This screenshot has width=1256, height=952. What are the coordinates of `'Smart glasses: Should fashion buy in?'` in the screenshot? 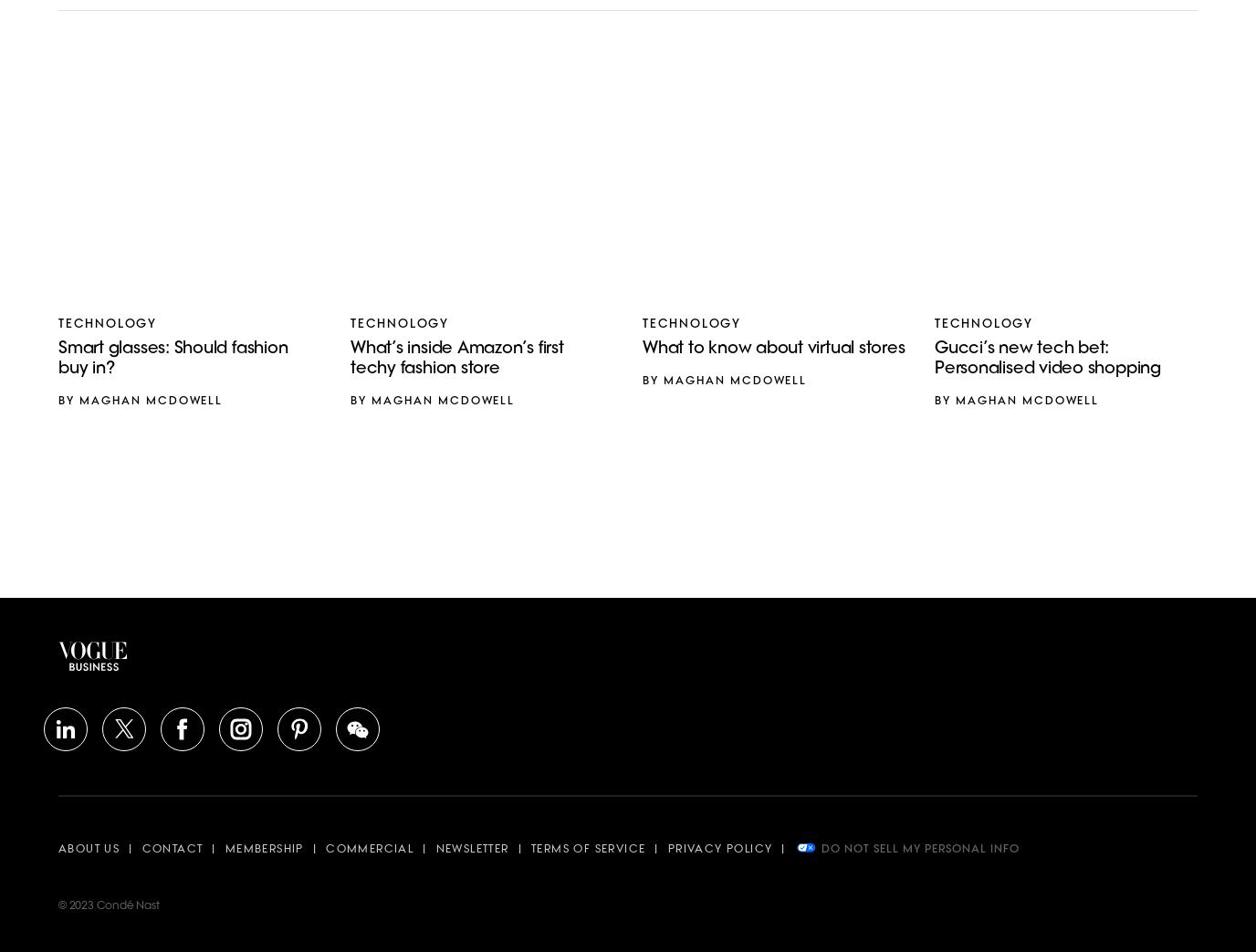 It's located at (173, 359).